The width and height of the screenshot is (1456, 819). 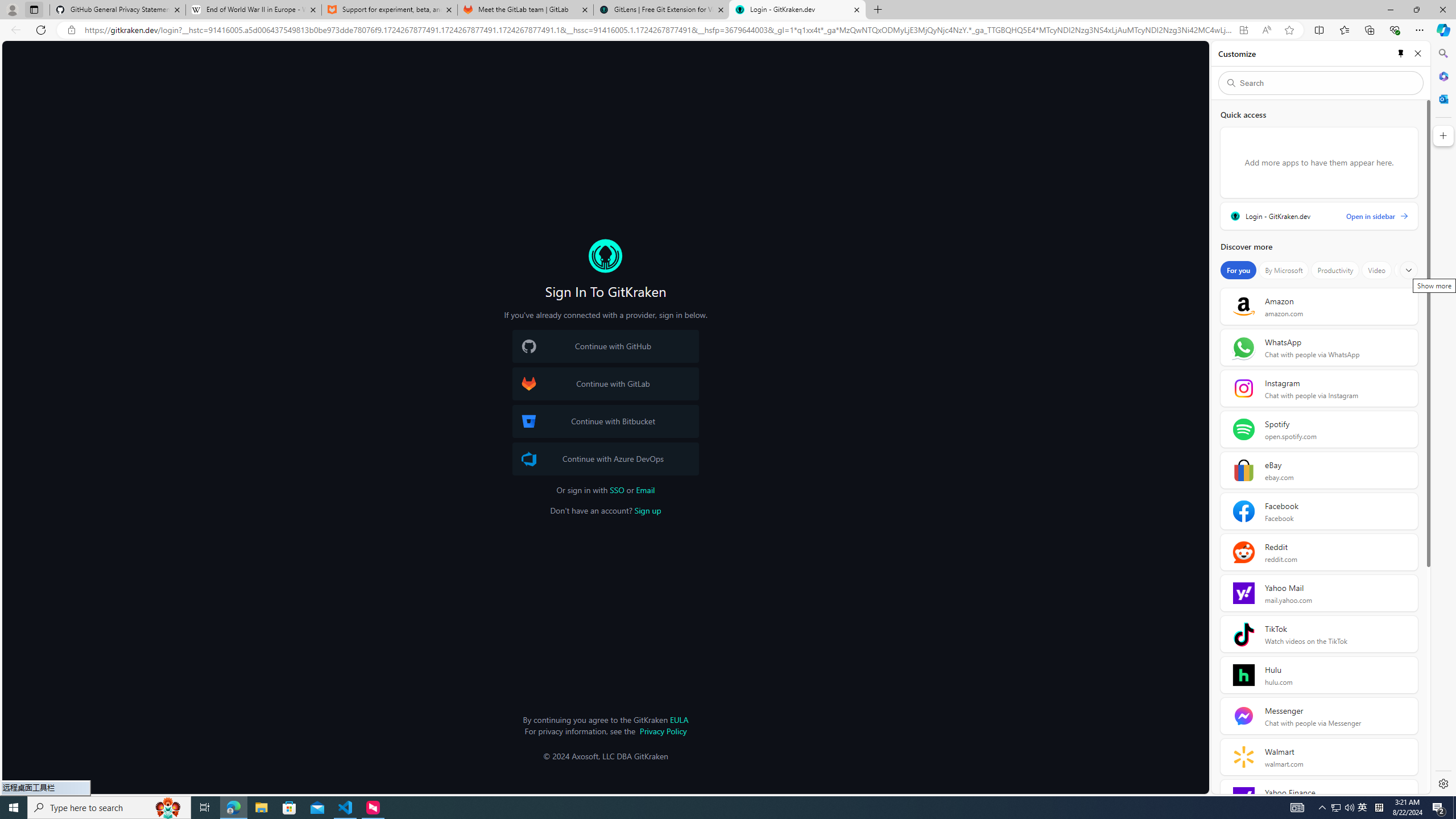 What do you see at coordinates (528, 383) in the screenshot?
I see `'GitLab Logo'` at bounding box center [528, 383].